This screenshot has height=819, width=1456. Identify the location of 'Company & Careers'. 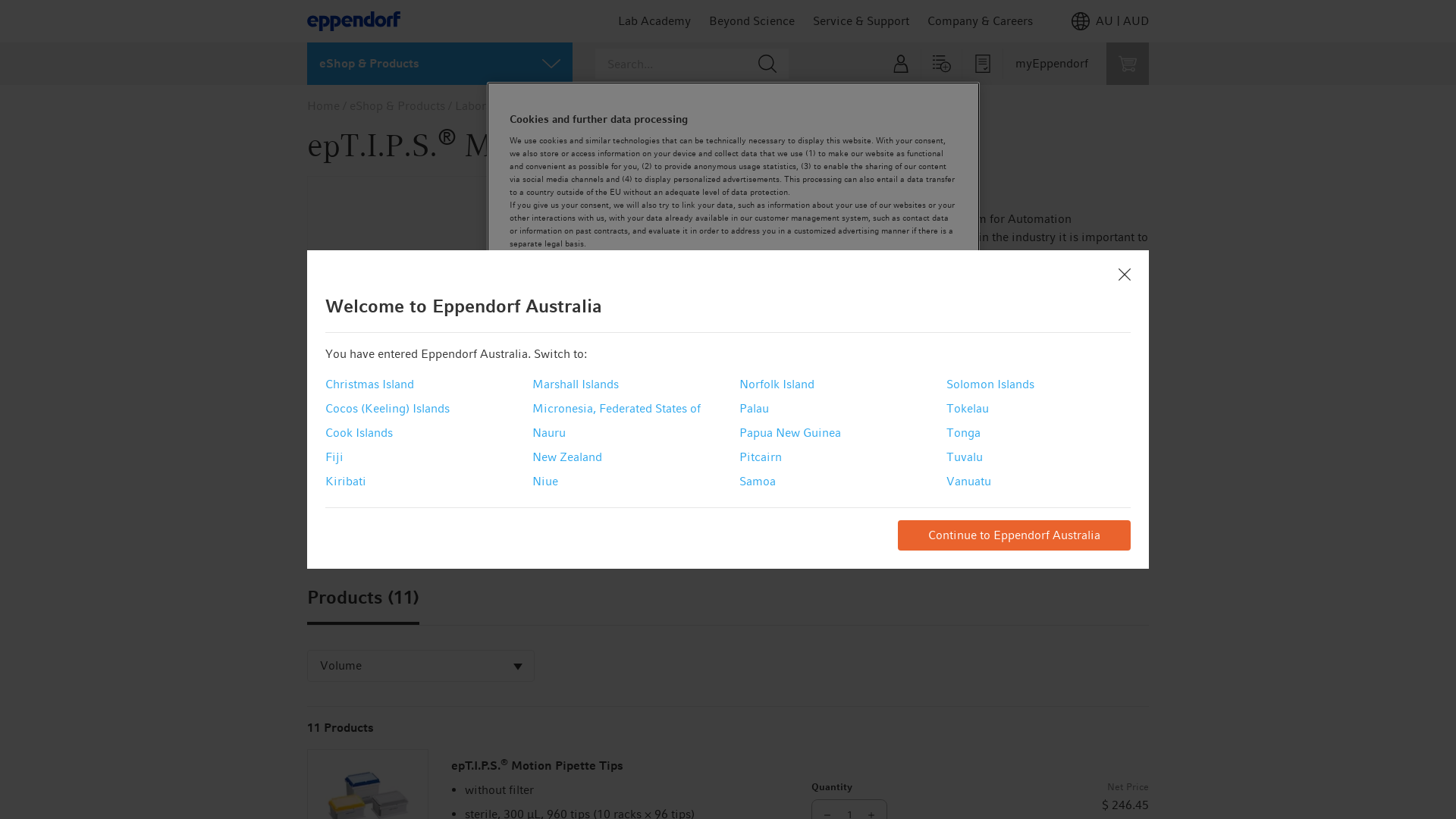
(927, 20).